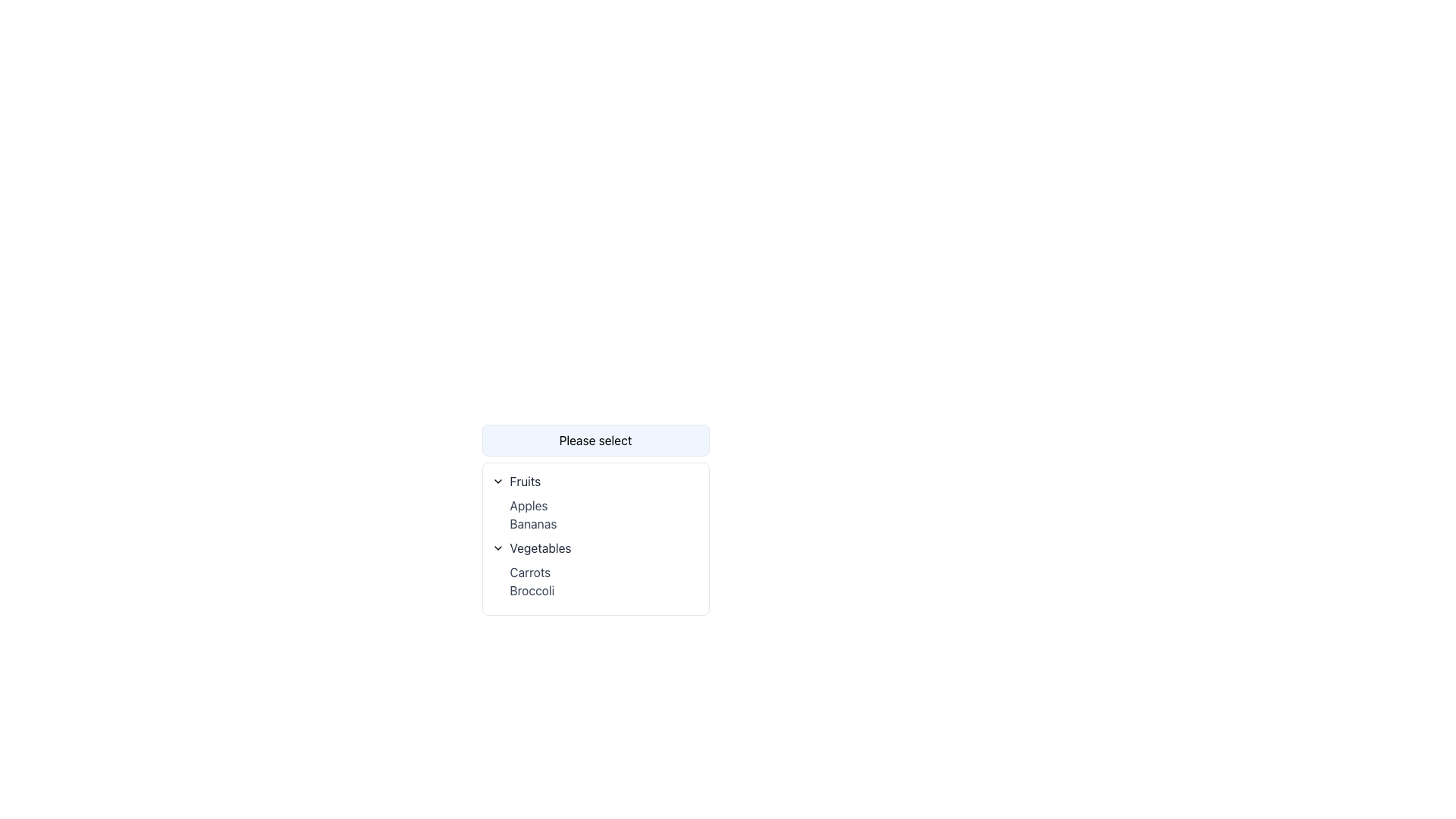 This screenshot has width=1456, height=819. What do you see at coordinates (532, 590) in the screenshot?
I see `the text label displaying 'Broccoli'` at bounding box center [532, 590].